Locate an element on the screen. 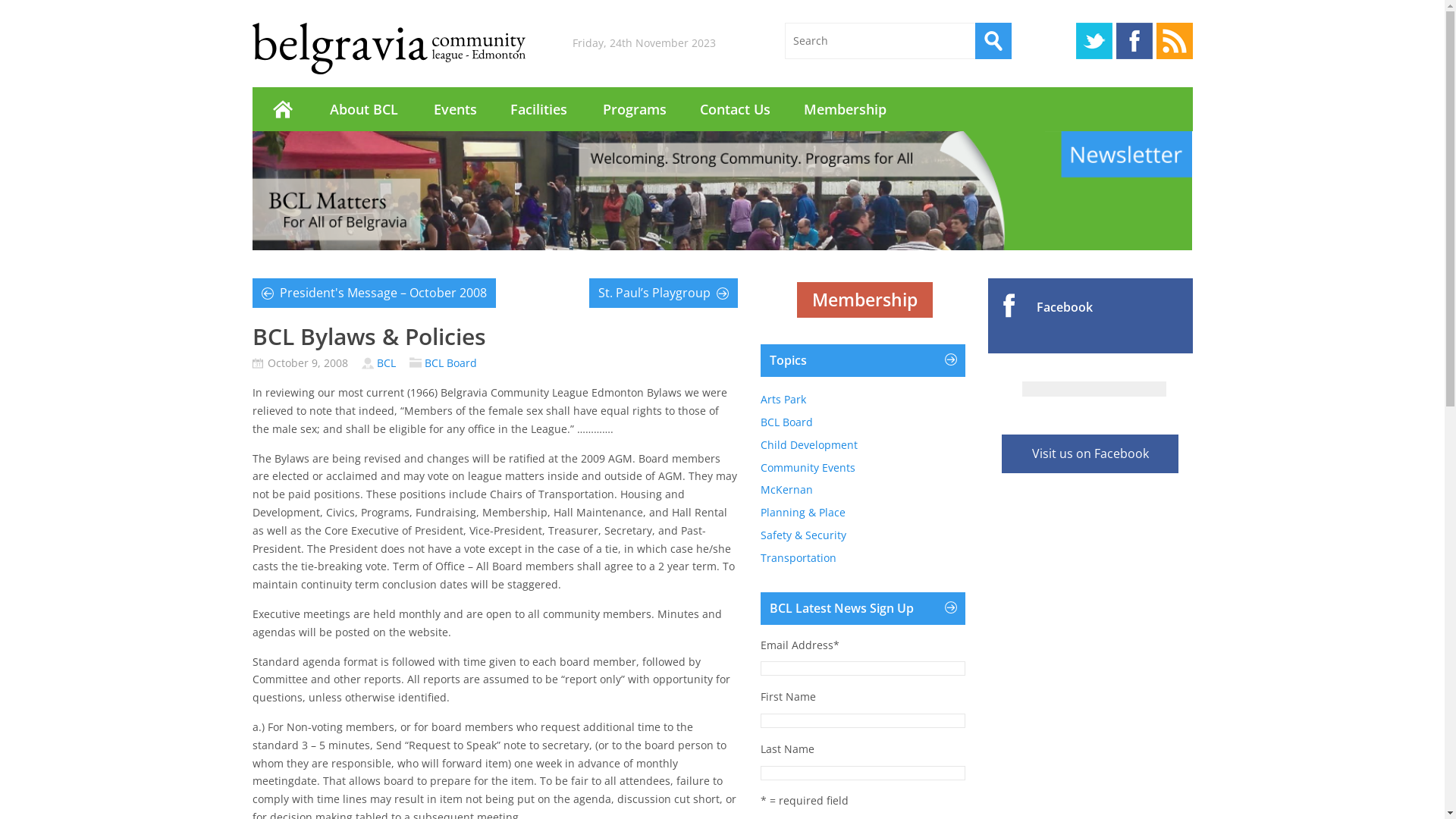 This screenshot has height=819, width=1456. 'About BCL' is located at coordinates (312, 108).